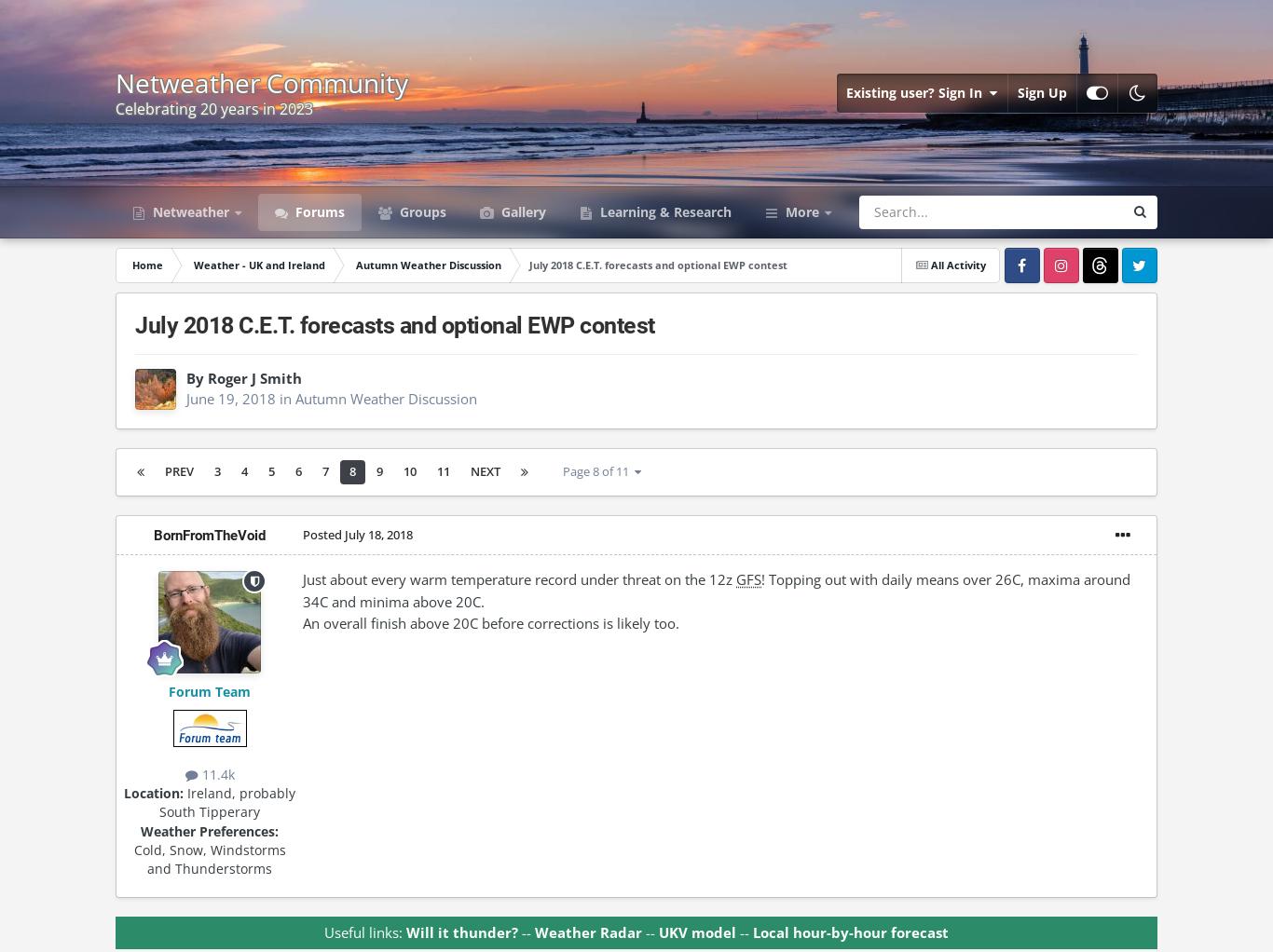 The height and width of the screenshot is (952, 1273). I want to click on '! Topping out with daily means over 26C, maxima around 34C and minima above 20C.', so click(717, 590).